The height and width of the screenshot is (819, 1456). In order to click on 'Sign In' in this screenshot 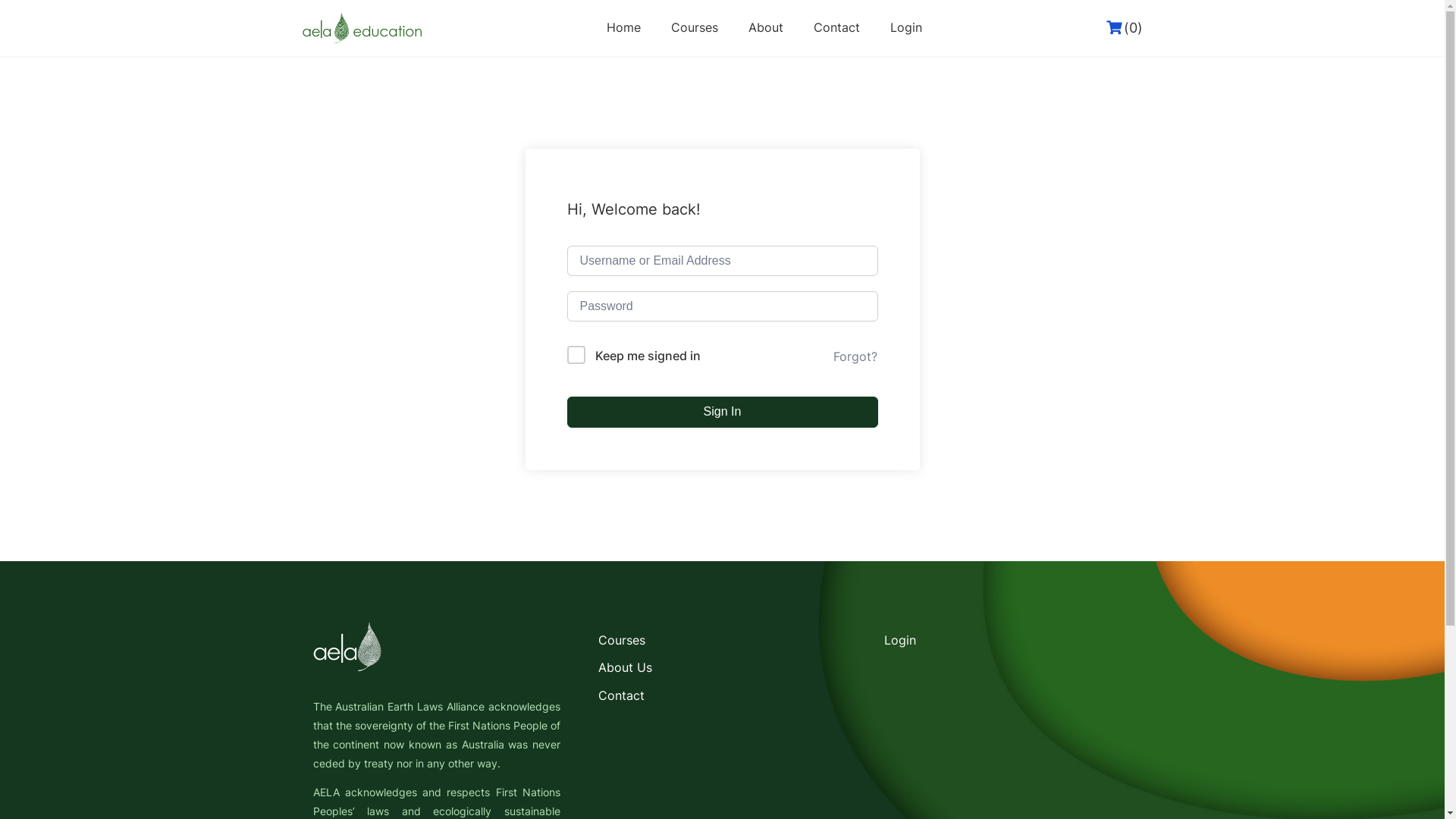, I will do `click(722, 412)`.